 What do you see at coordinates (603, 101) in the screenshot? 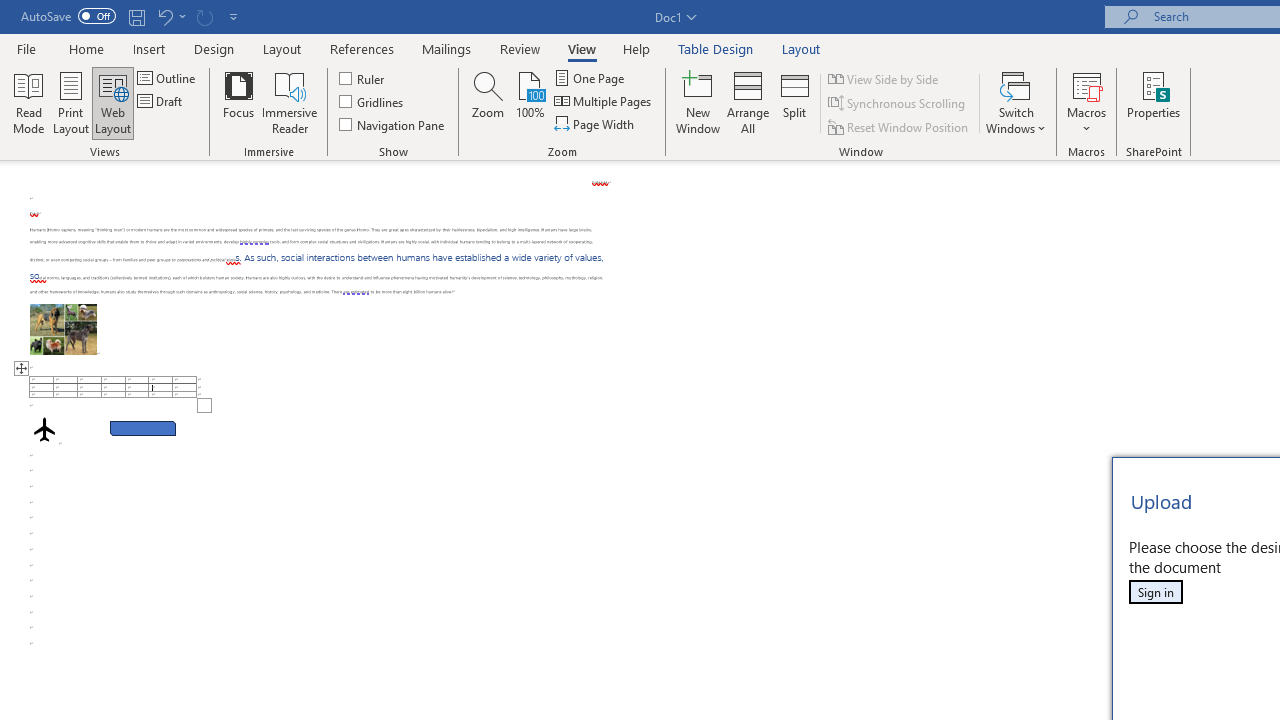
I see `'Multiple Pages'` at bounding box center [603, 101].